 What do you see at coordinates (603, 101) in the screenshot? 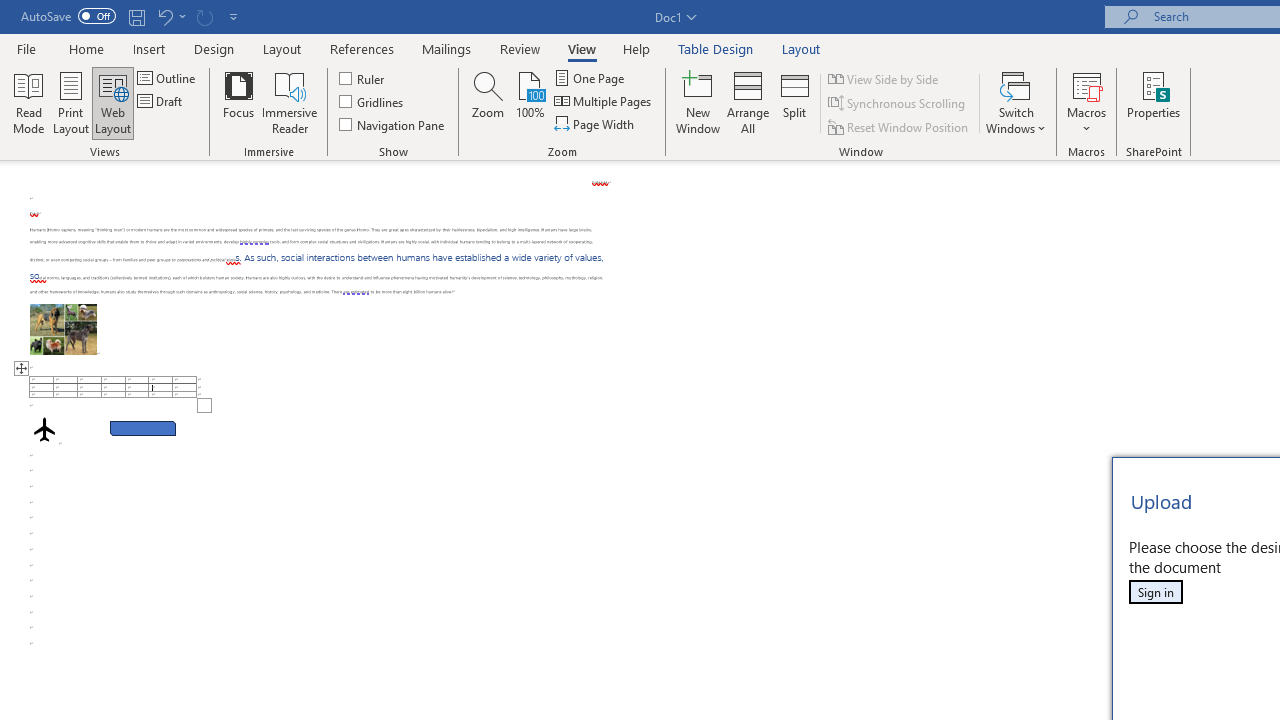
I see `'Multiple Pages'` at bounding box center [603, 101].